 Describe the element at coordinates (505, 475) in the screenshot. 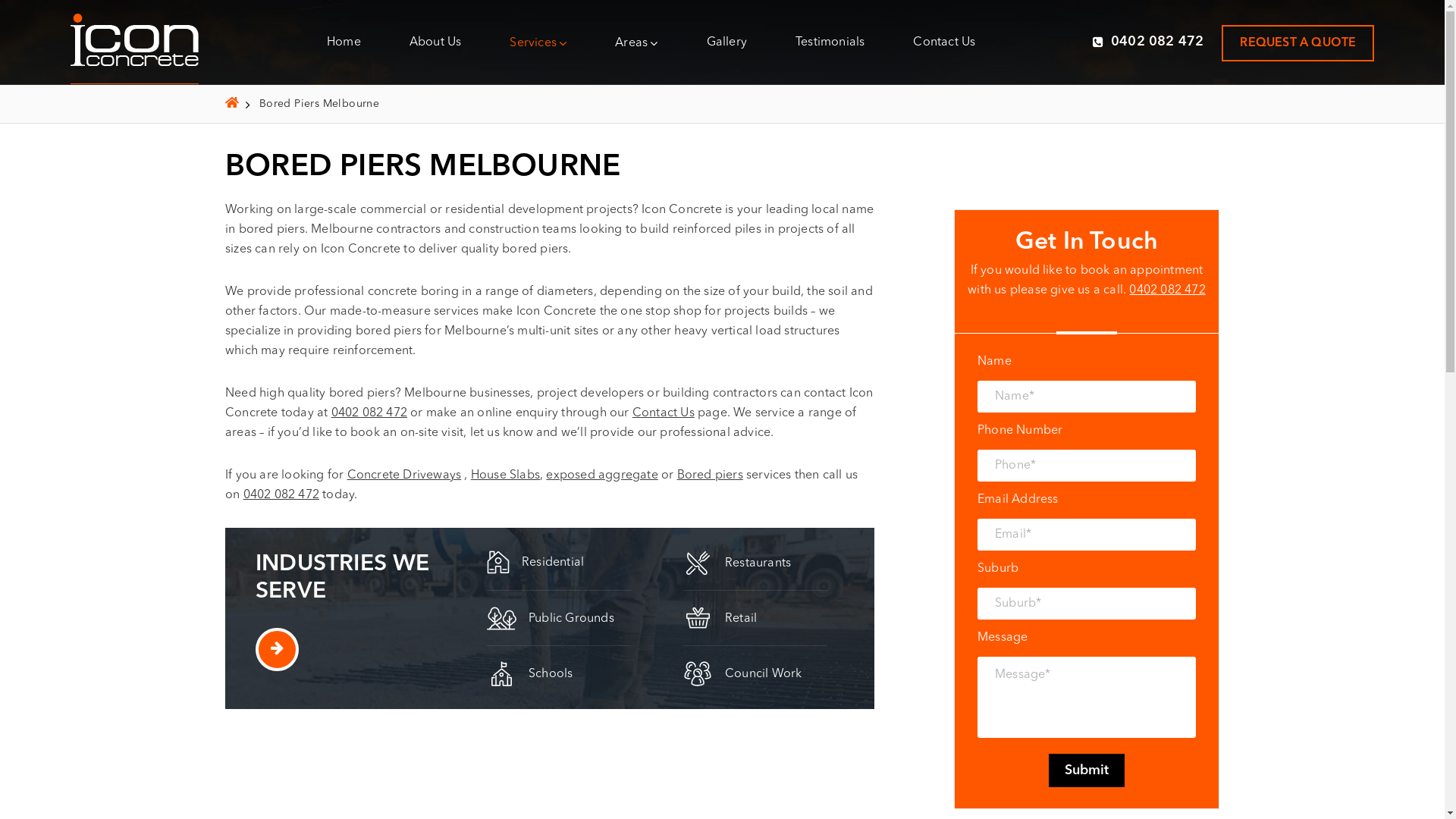

I see `'House Slabs'` at that location.